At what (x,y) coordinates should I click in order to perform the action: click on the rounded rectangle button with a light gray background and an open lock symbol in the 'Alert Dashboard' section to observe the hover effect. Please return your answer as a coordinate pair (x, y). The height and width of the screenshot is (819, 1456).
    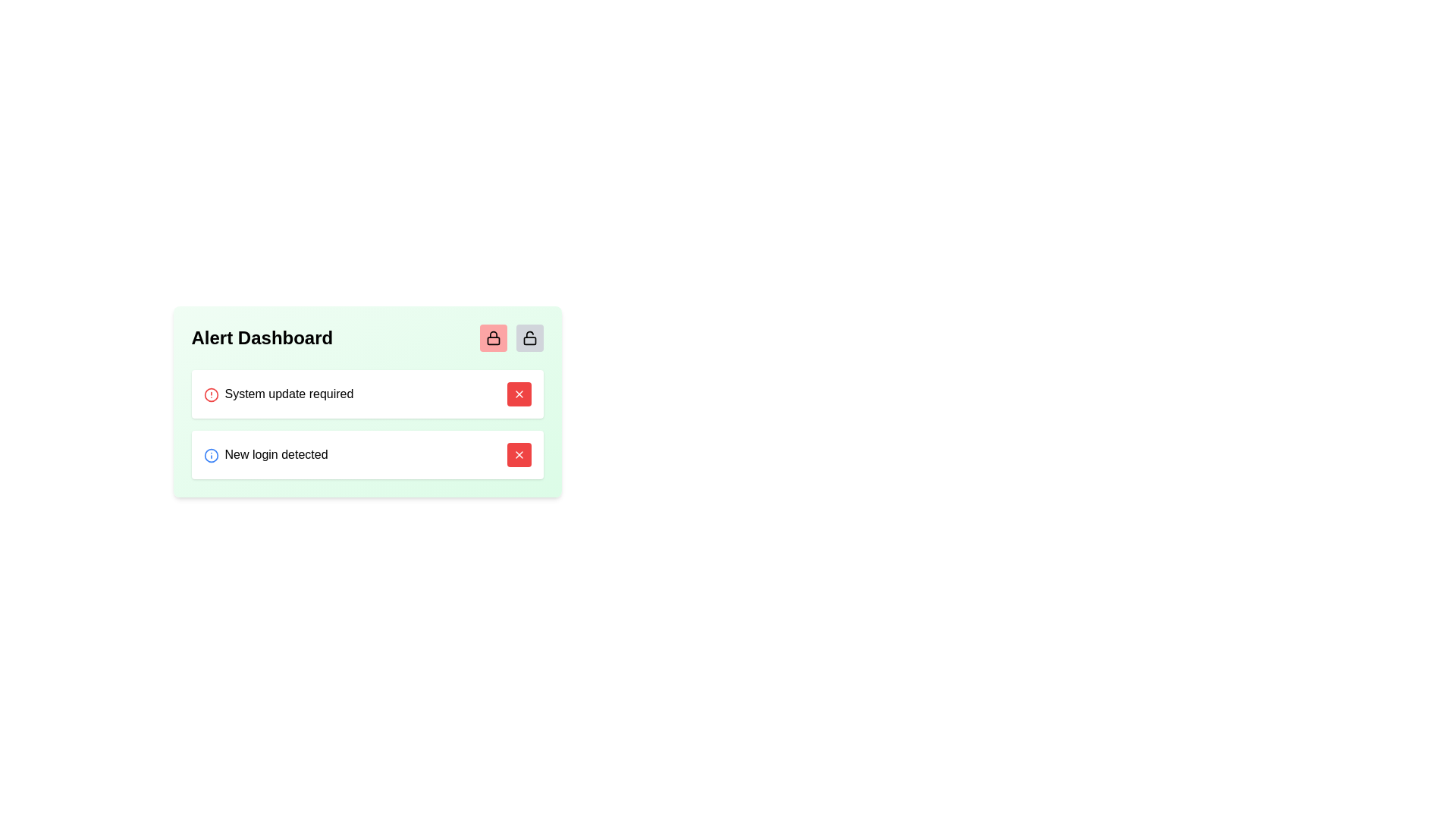
    Looking at the image, I should click on (529, 337).